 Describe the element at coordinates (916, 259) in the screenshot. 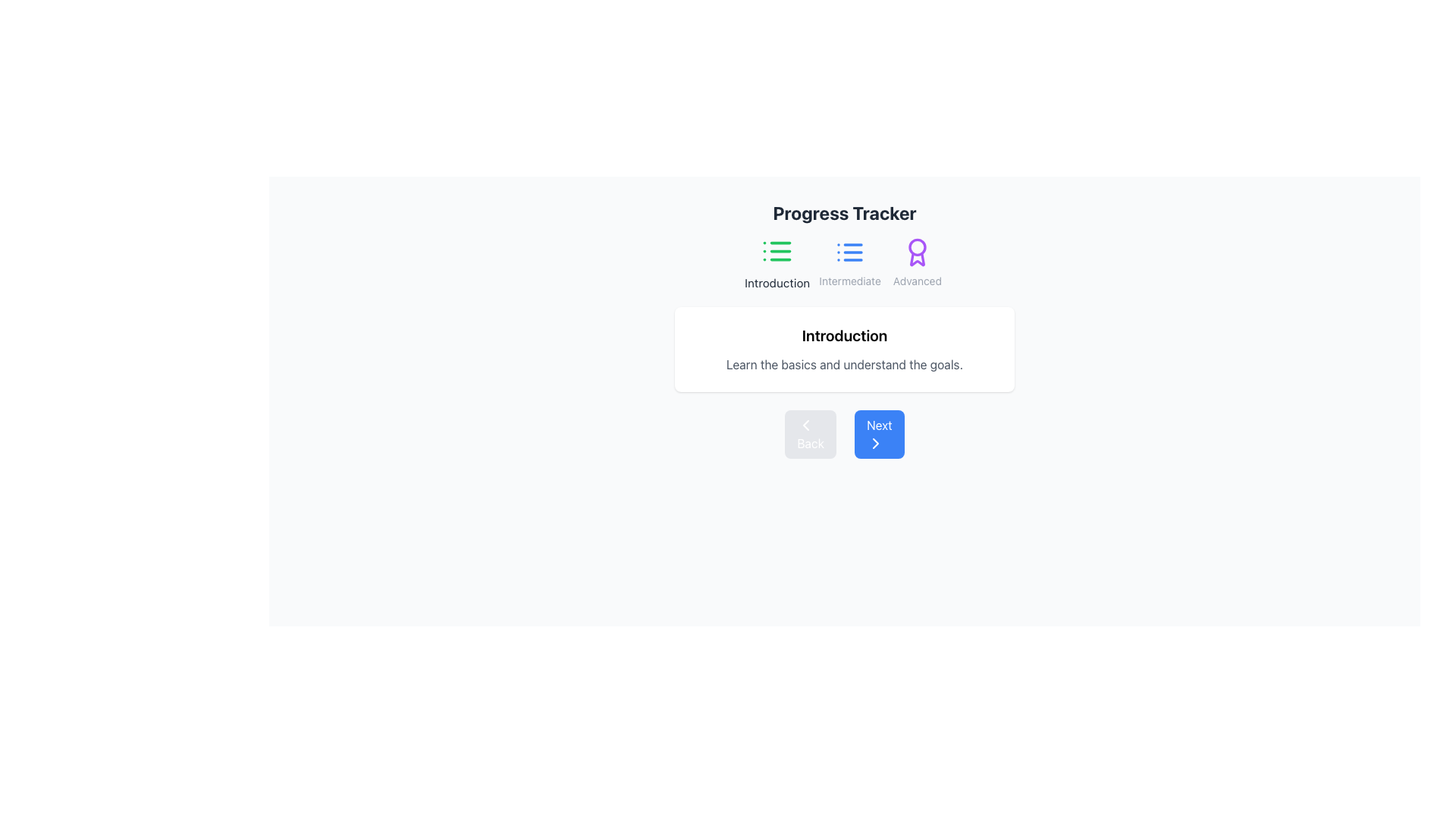

I see `the Graphical Icon Component that symbolizes the advanced or final stage in a sequential progress tracker` at that location.